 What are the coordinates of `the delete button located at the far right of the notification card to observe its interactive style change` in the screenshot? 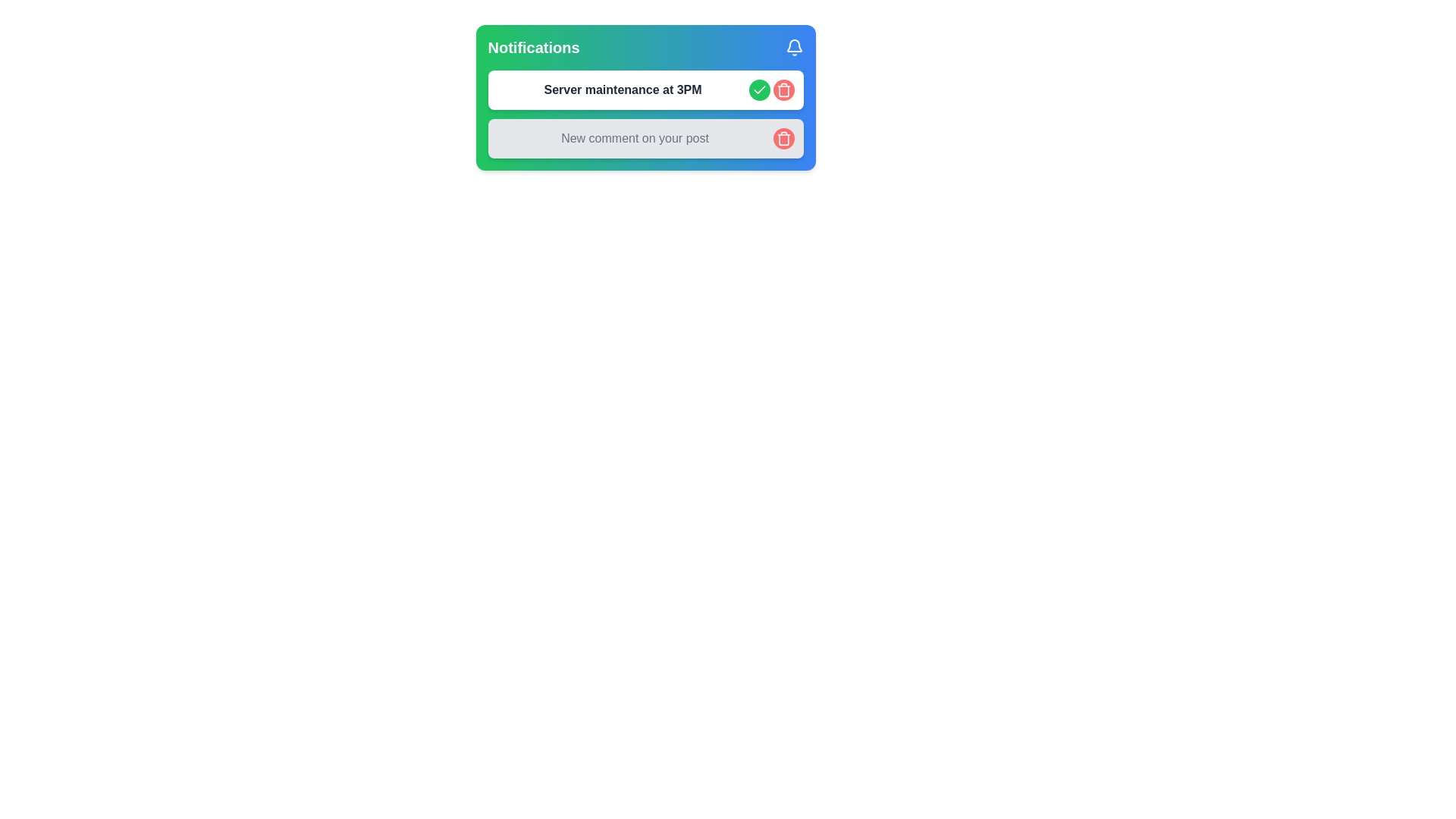 It's located at (783, 90).